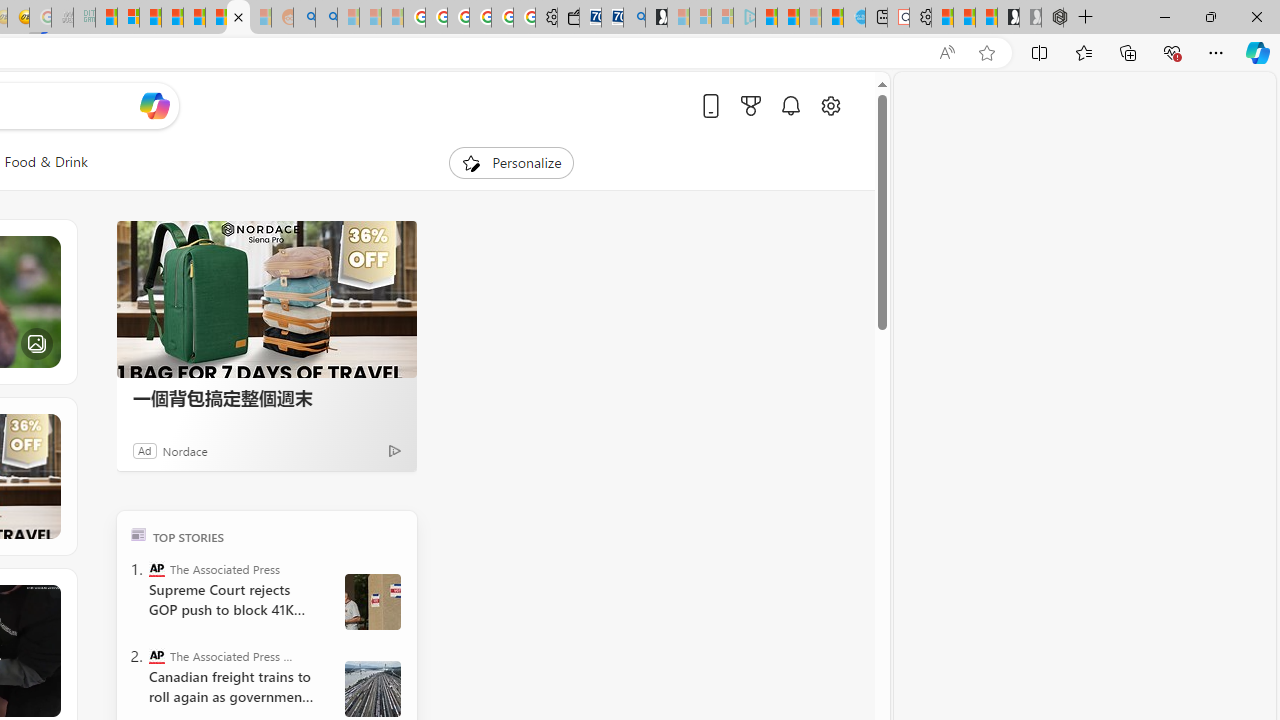  I want to click on 'Play Free Online Games | Games from Microsoft Start', so click(1008, 17).